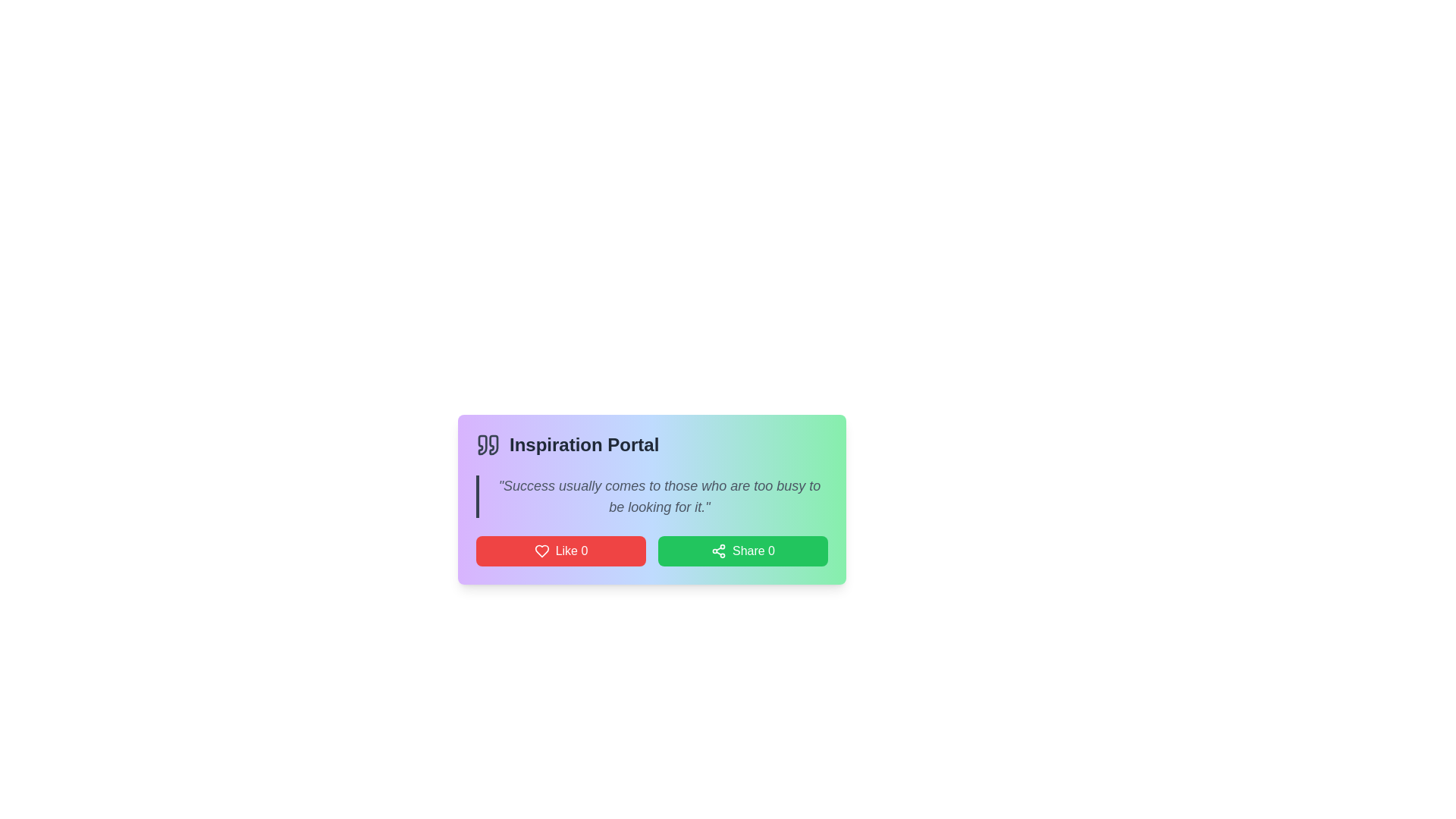 Image resolution: width=1456 pixels, height=819 pixels. I want to click on the left quotation mark icon located at the top-left corner of the 'Inspiration Portal' card to visually indicate the presence of a quote, so click(482, 444).